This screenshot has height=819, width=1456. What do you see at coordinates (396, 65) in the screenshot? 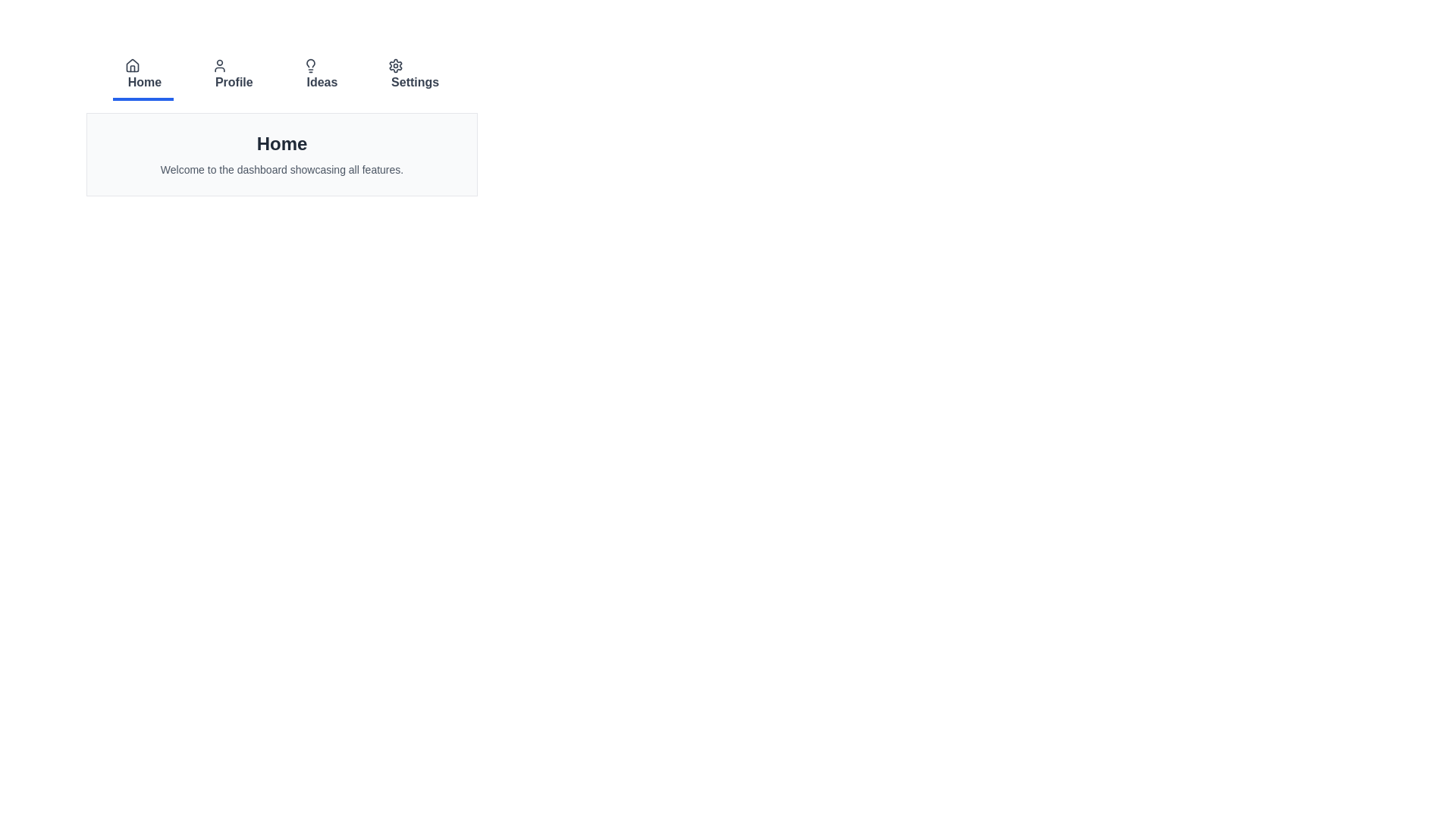
I see `the icon of the tab labeled 'Settings' to examine its details` at bounding box center [396, 65].